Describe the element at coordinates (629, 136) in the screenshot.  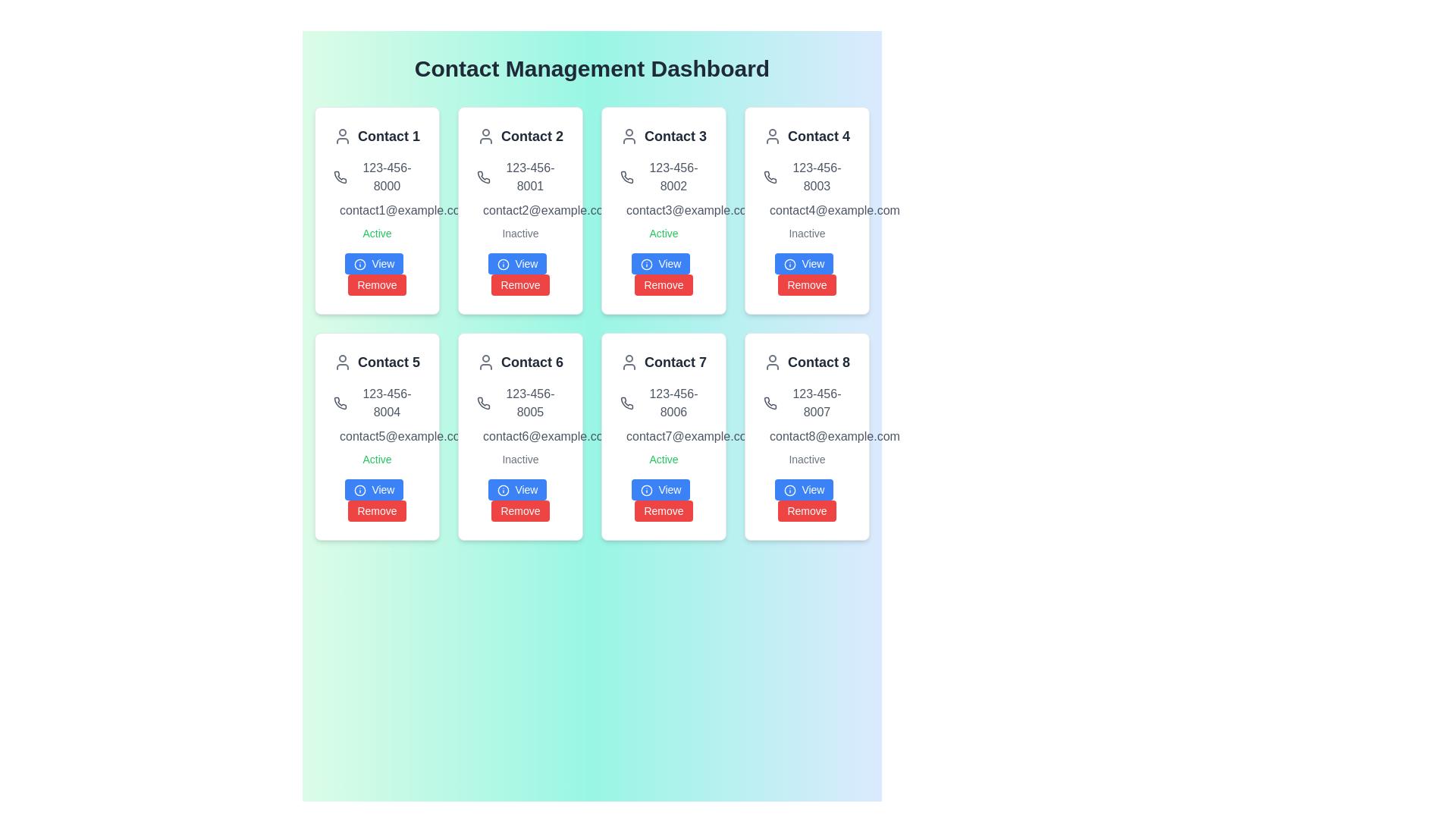
I see `the user profile icon, which is a circular head with a smaller body beneath it, located in the third card from the left in the upper row of the interface, next to the 'Contact 3' text` at that location.